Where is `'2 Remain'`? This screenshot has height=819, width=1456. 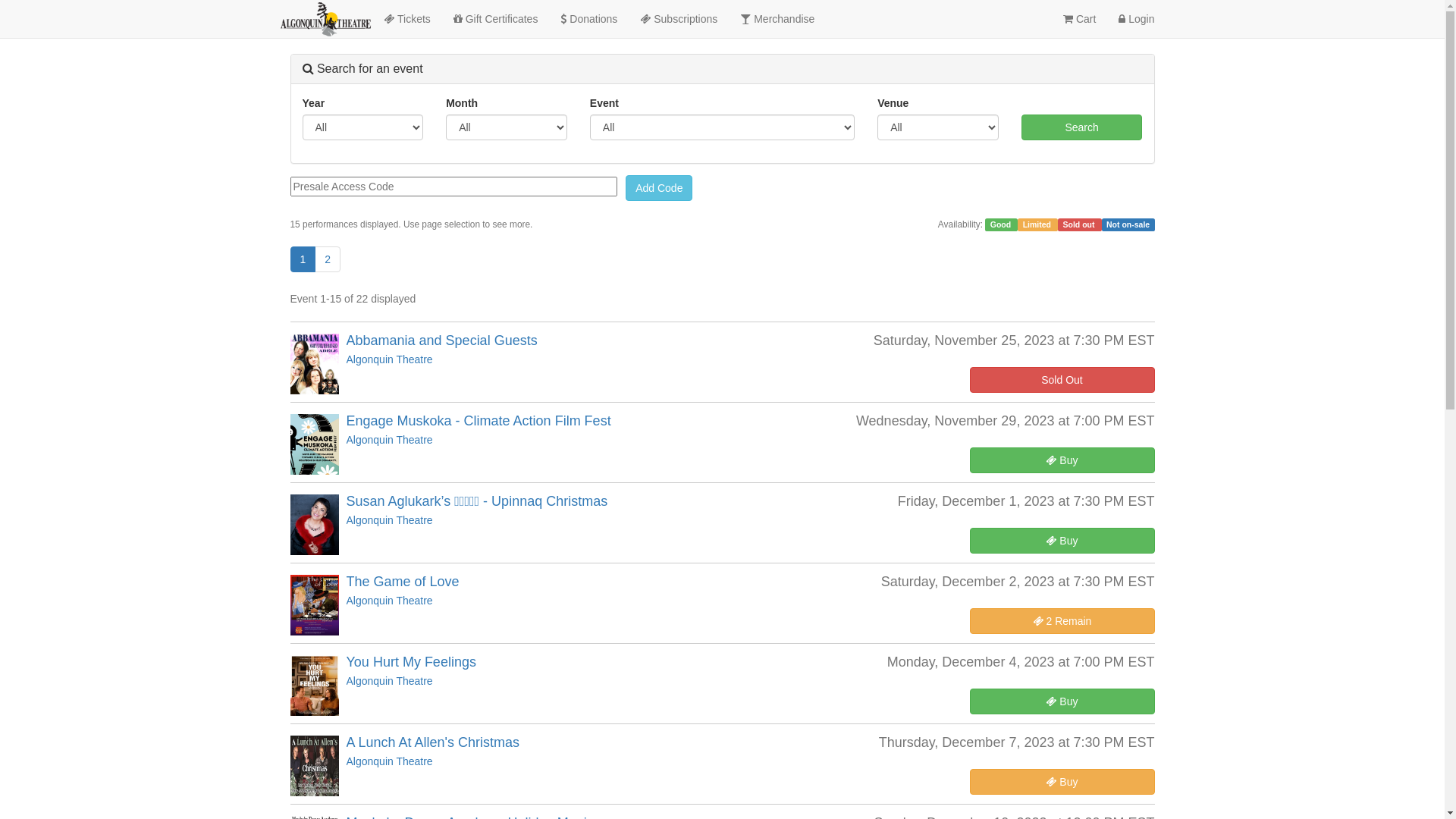
'2 Remain' is located at coordinates (1061, 620).